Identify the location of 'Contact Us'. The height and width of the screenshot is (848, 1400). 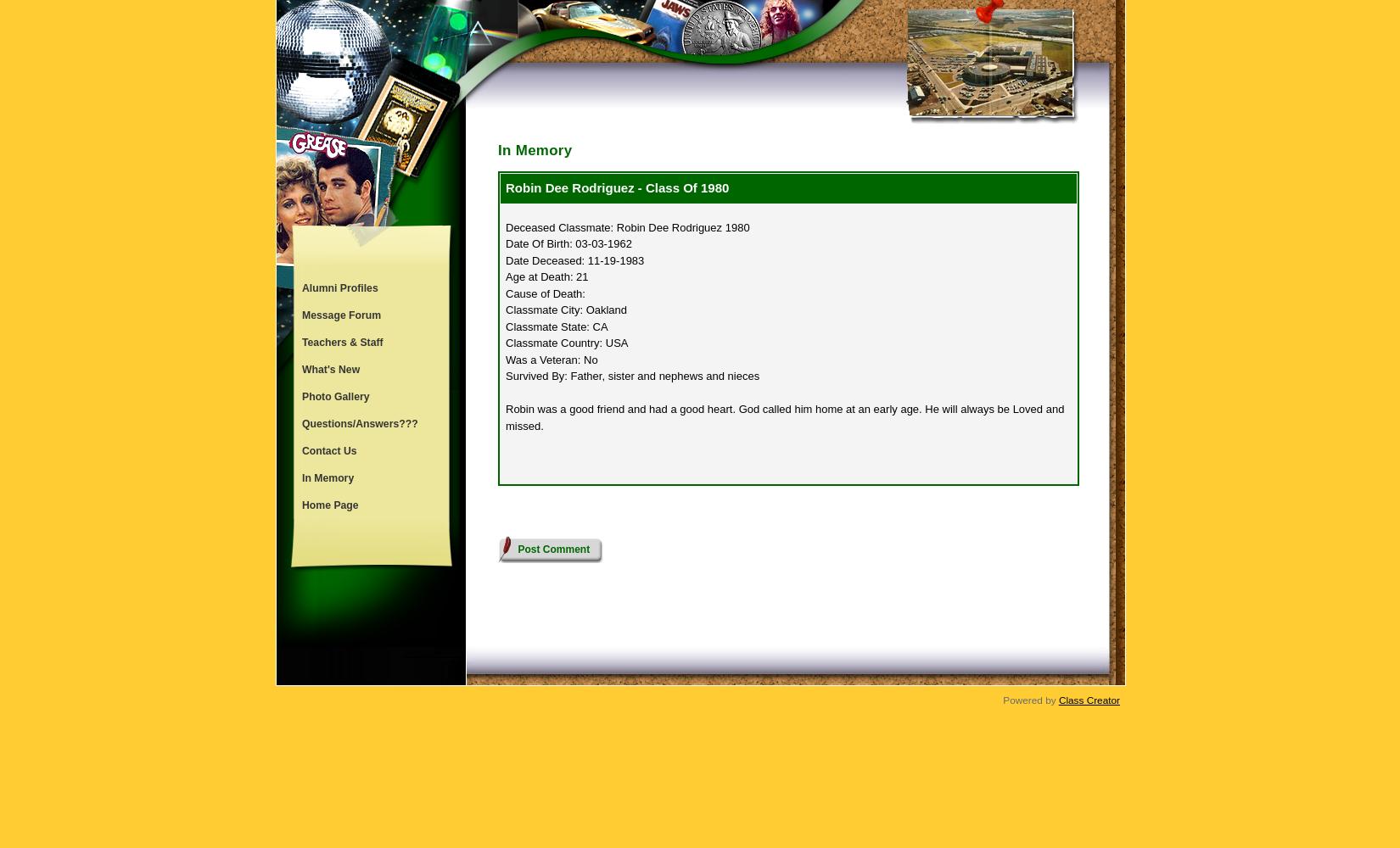
(302, 451).